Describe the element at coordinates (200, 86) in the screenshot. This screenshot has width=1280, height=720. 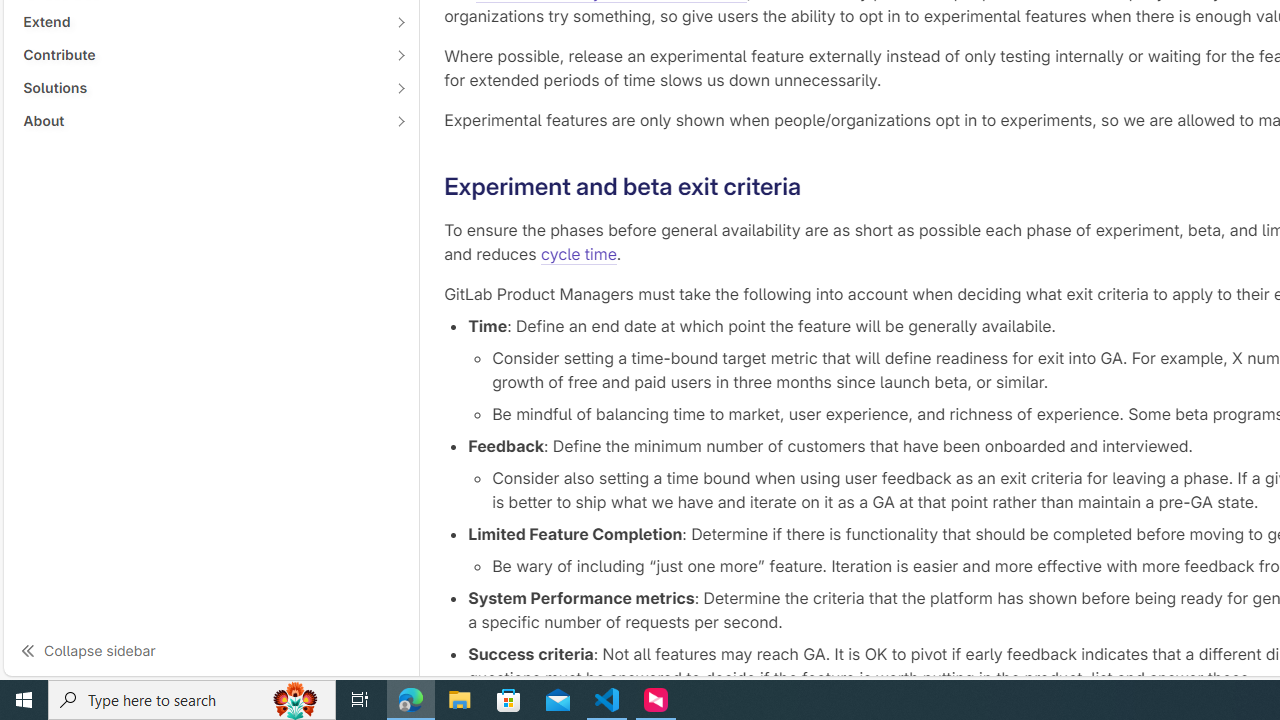
I see `'Solutions'` at that location.